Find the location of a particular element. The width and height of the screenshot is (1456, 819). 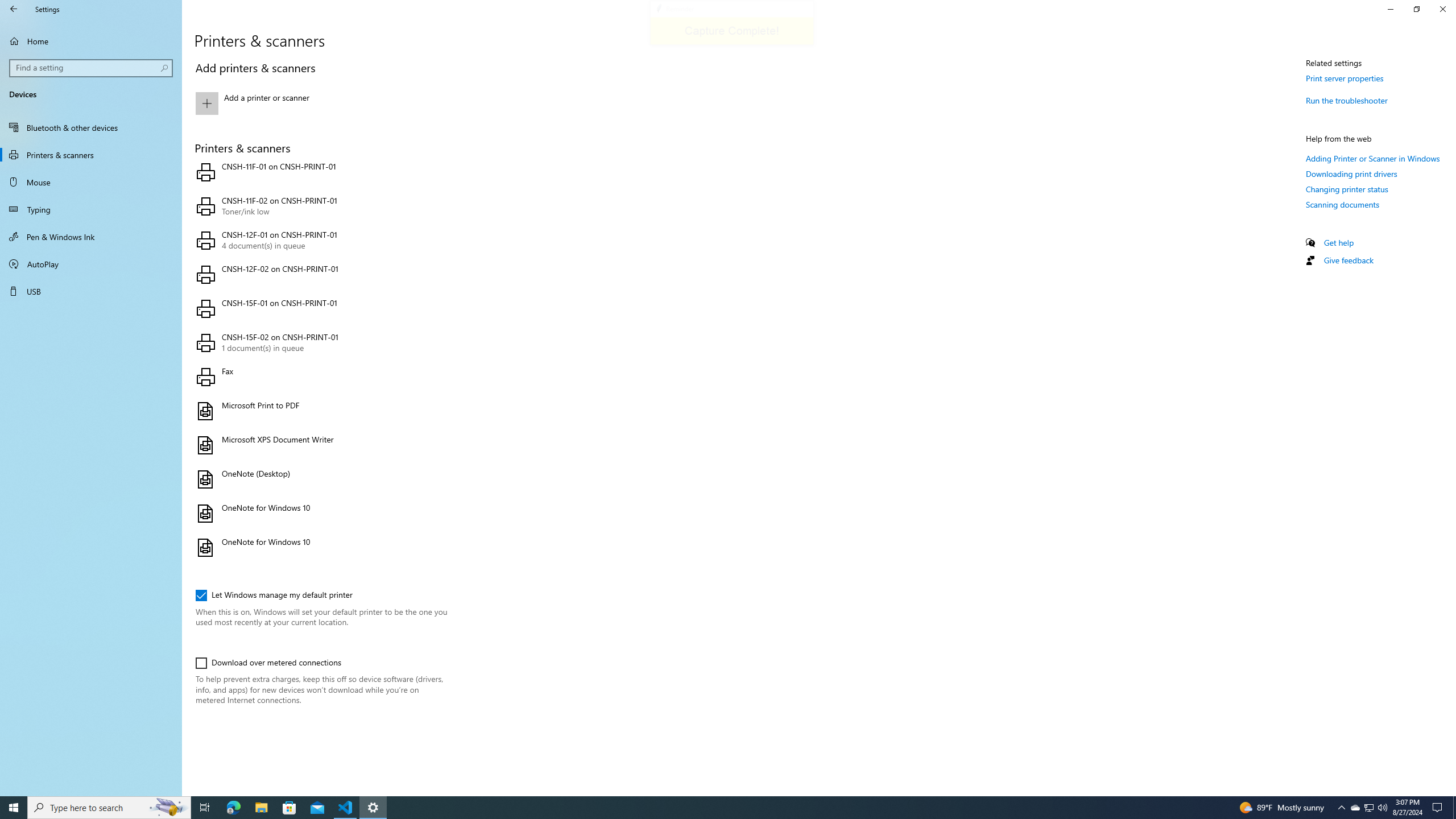

'Pen & Windows Ink' is located at coordinates (90, 236).